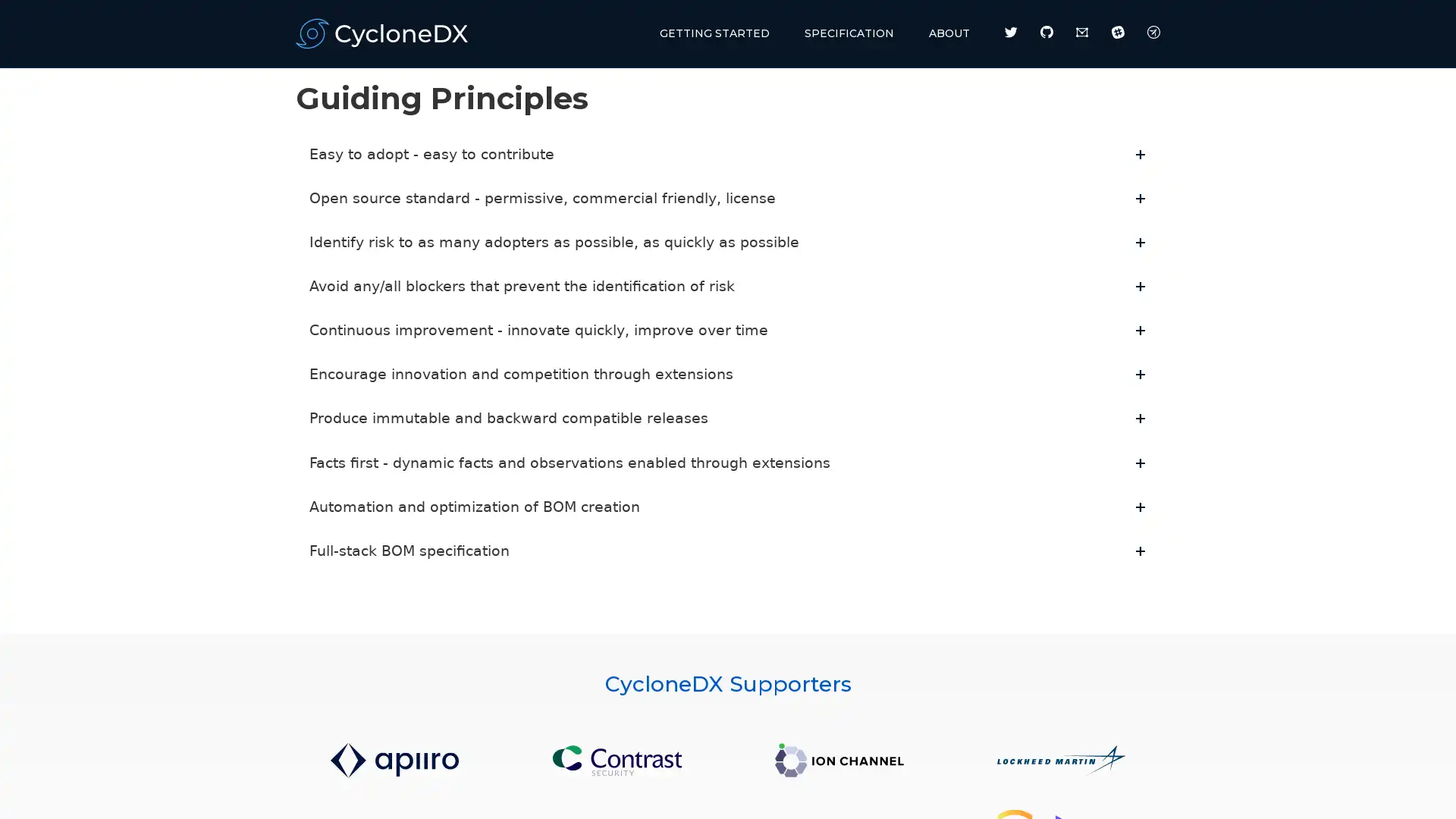 The width and height of the screenshot is (1456, 819). Describe the element at coordinates (728, 374) in the screenshot. I see `Encourage innovation and competition through extensions +` at that location.